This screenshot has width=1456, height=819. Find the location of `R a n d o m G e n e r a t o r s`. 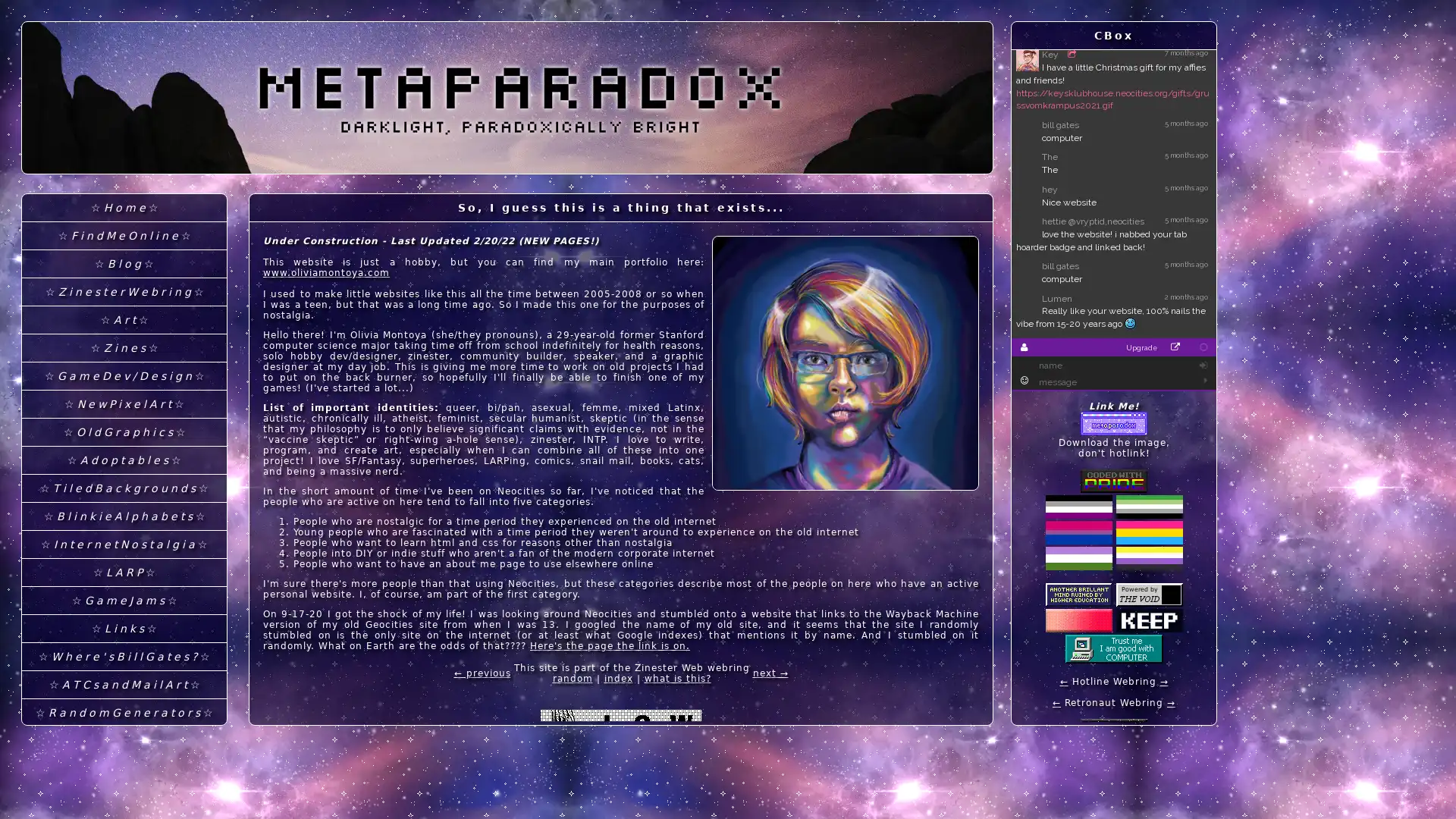

R a n d o m G e n e r a t o r s is located at coordinates (124, 713).